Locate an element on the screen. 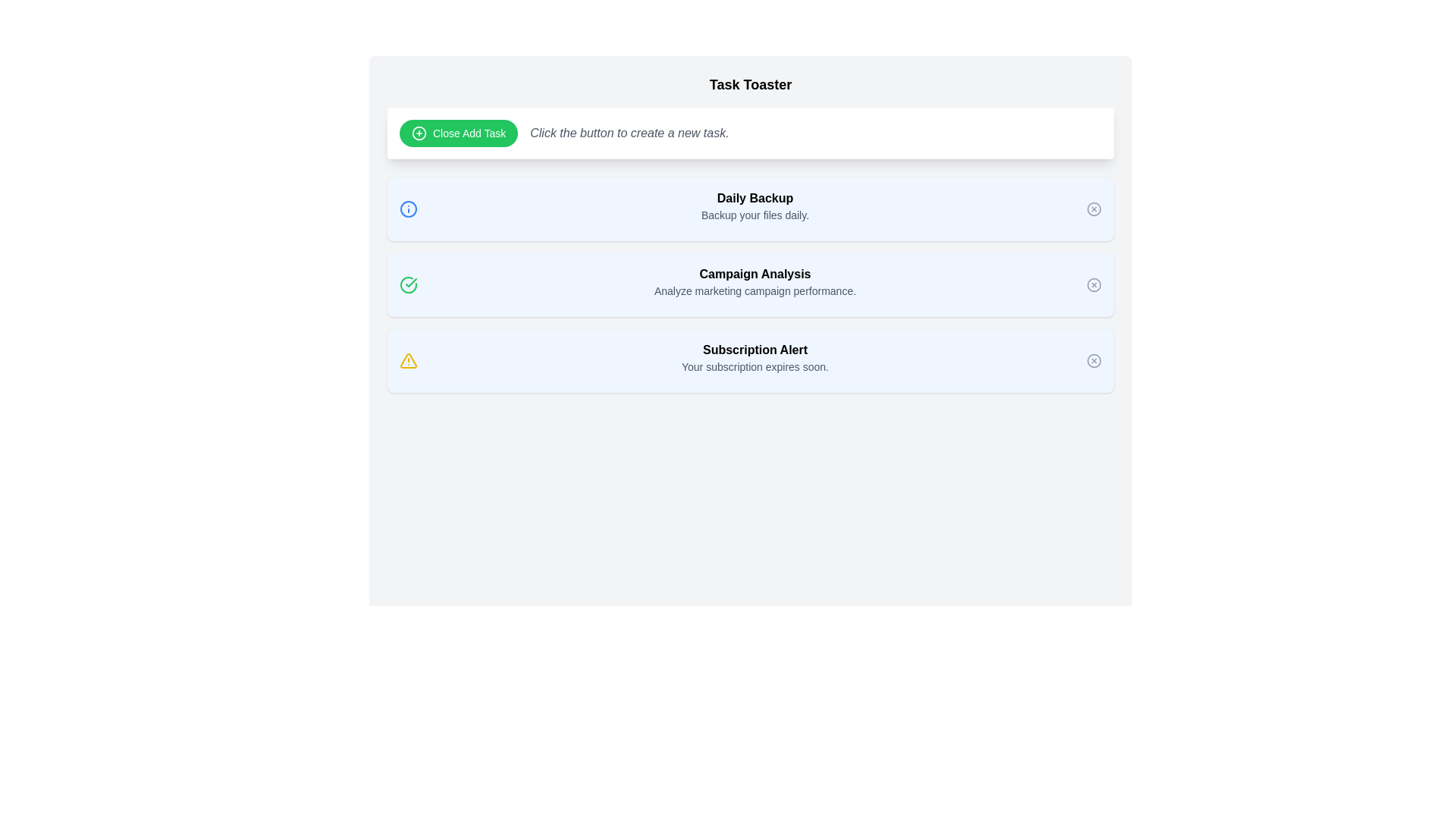 This screenshot has height=819, width=1456. the 'Campaign Analysis' text block, which features bold and larger font for the title and smaller font for the description, from its current position is located at coordinates (755, 284).